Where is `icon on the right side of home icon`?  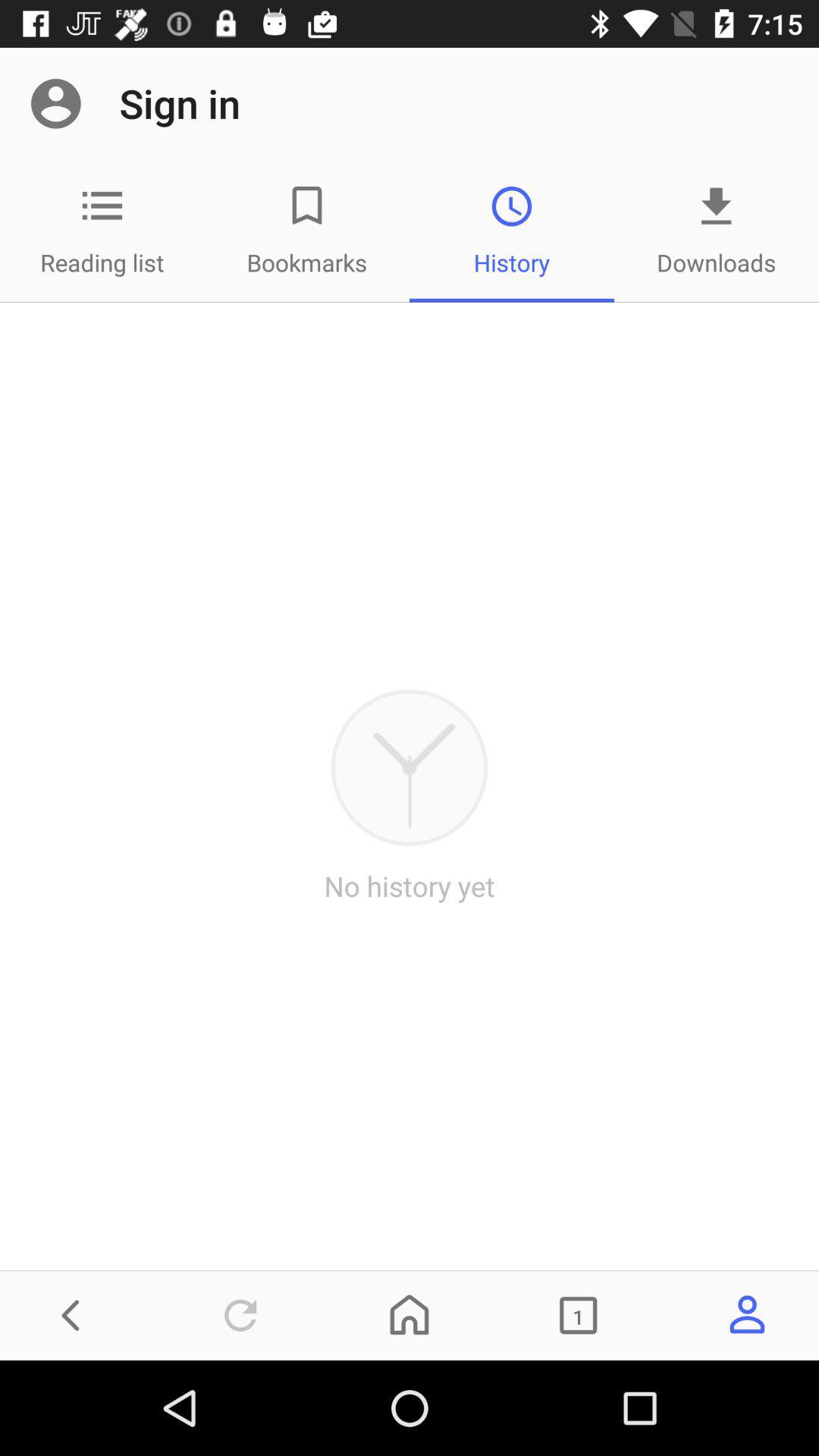 icon on the right side of home icon is located at coordinates (578, 1314).